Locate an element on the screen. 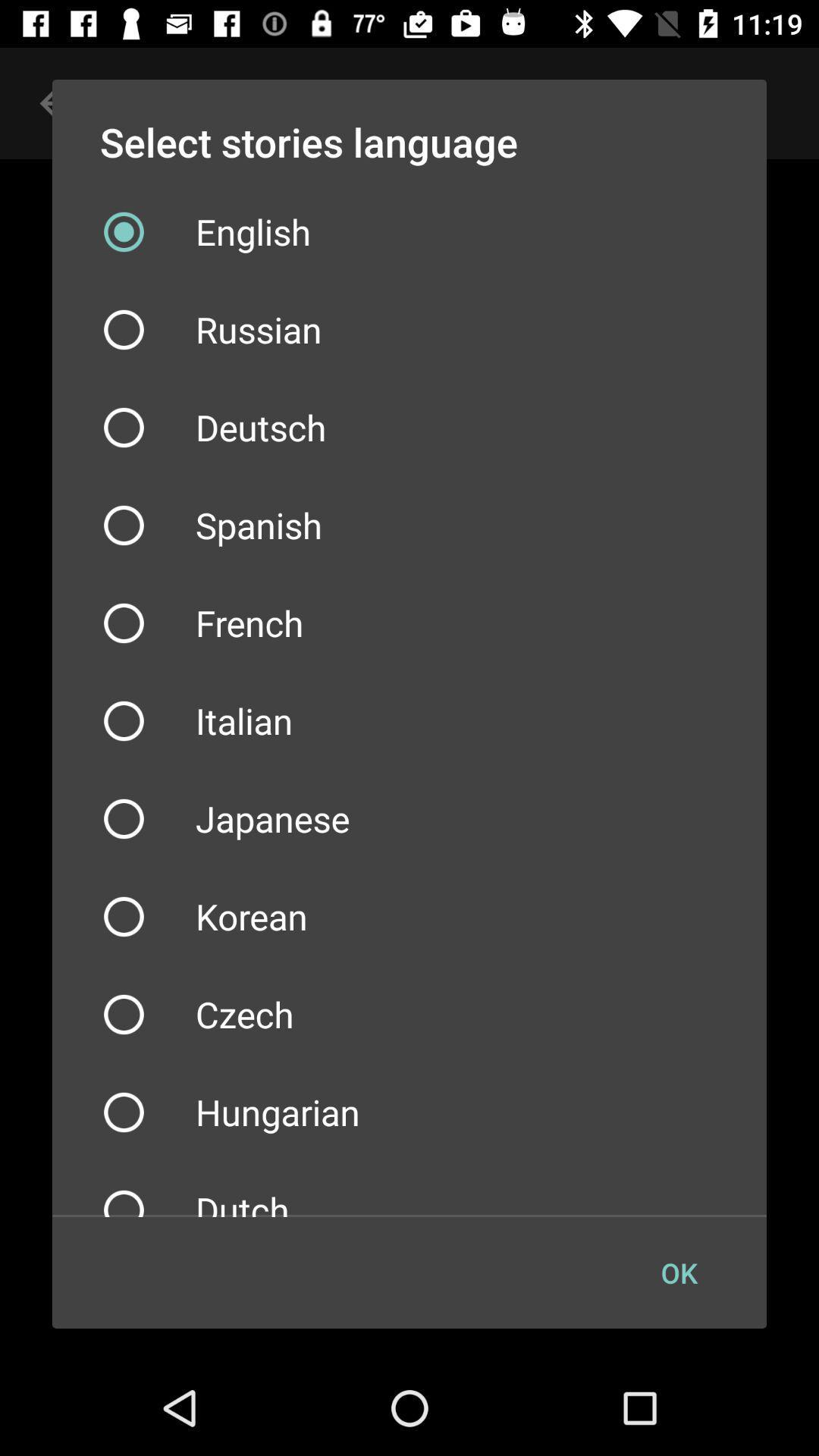 The width and height of the screenshot is (819, 1456). the item at the bottom right corner is located at coordinates (678, 1272).